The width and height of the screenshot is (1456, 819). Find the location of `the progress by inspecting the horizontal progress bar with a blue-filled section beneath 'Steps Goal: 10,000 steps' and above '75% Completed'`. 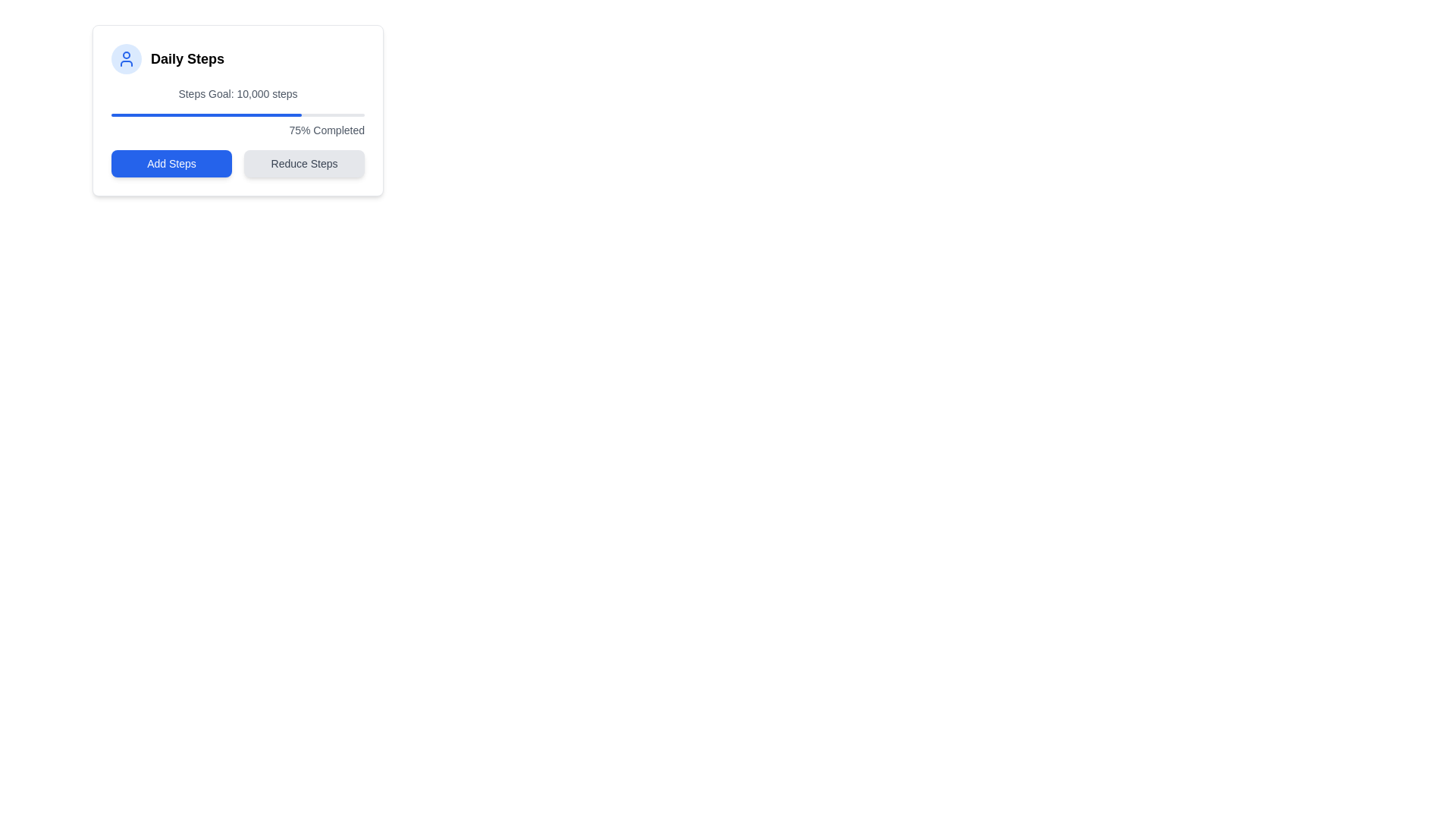

the progress by inspecting the horizontal progress bar with a blue-filled section beneath 'Steps Goal: 10,000 steps' and above '75% Completed' is located at coordinates (237, 114).